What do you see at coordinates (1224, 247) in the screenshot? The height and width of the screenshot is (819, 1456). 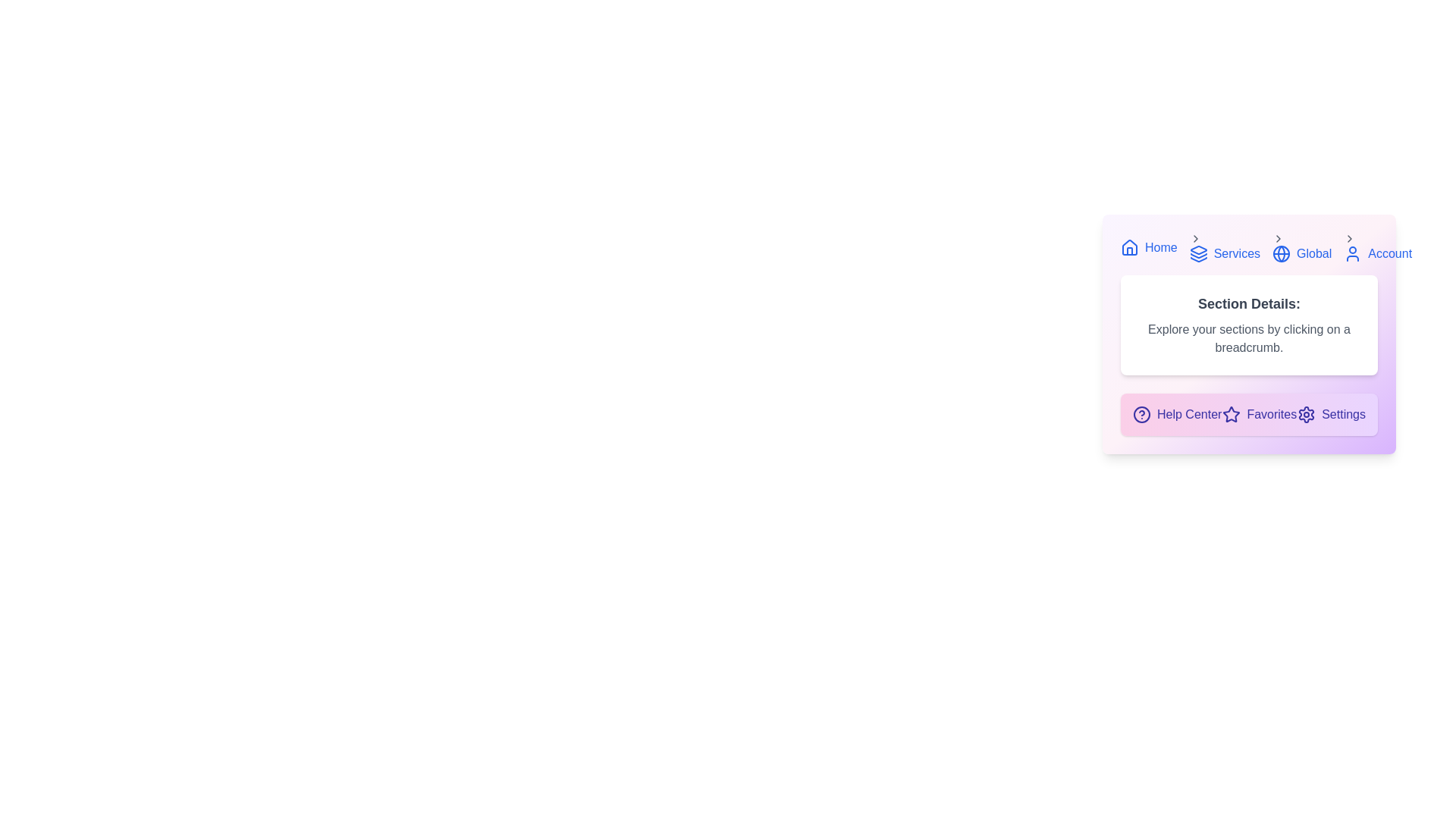 I see `the 'Services' navigational link, which is the second item in the breadcrumb navigation at the top of the interface, between 'Home' and 'Global'` at bounding box center [1224, 247].